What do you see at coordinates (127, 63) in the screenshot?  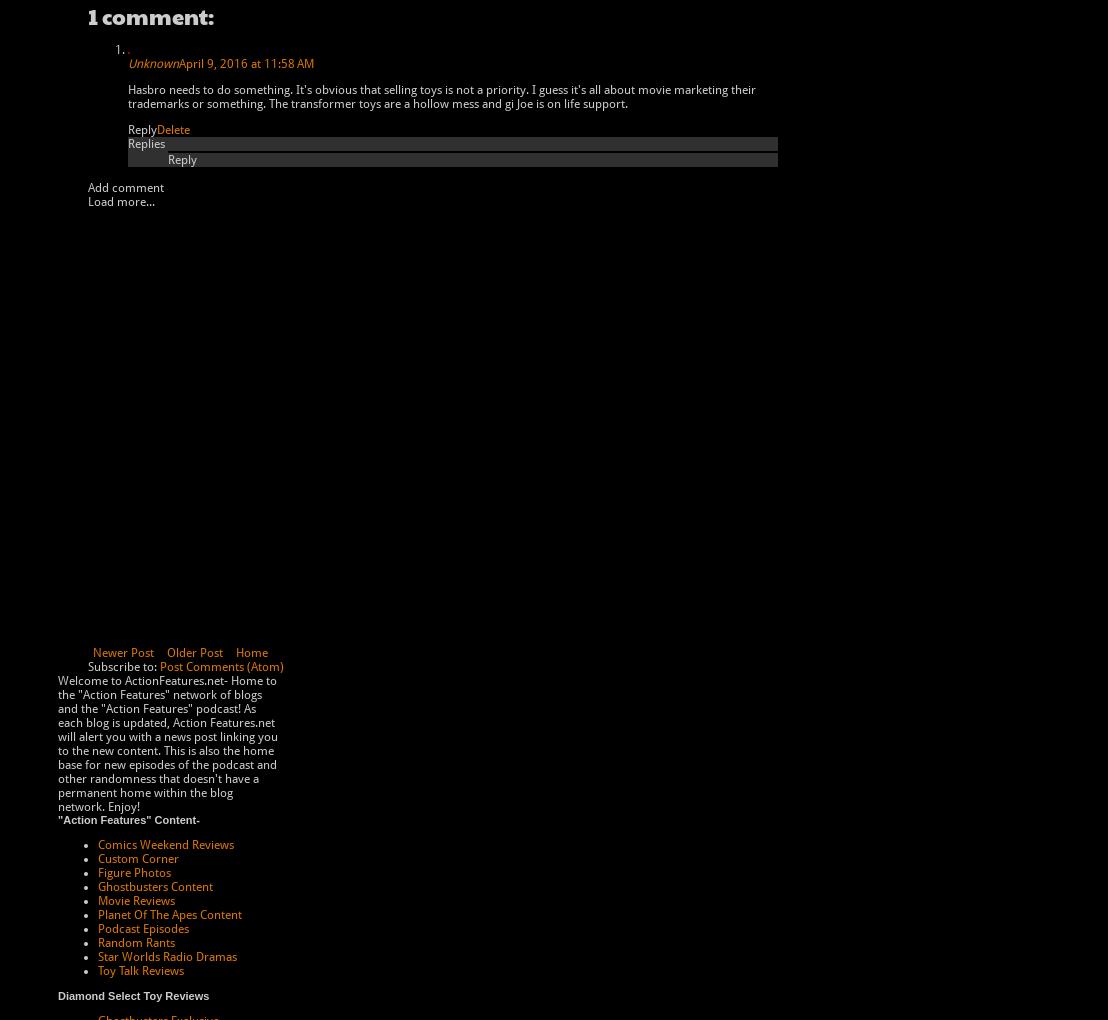 I see `'Unknown'` at bounding box center [127, 63].